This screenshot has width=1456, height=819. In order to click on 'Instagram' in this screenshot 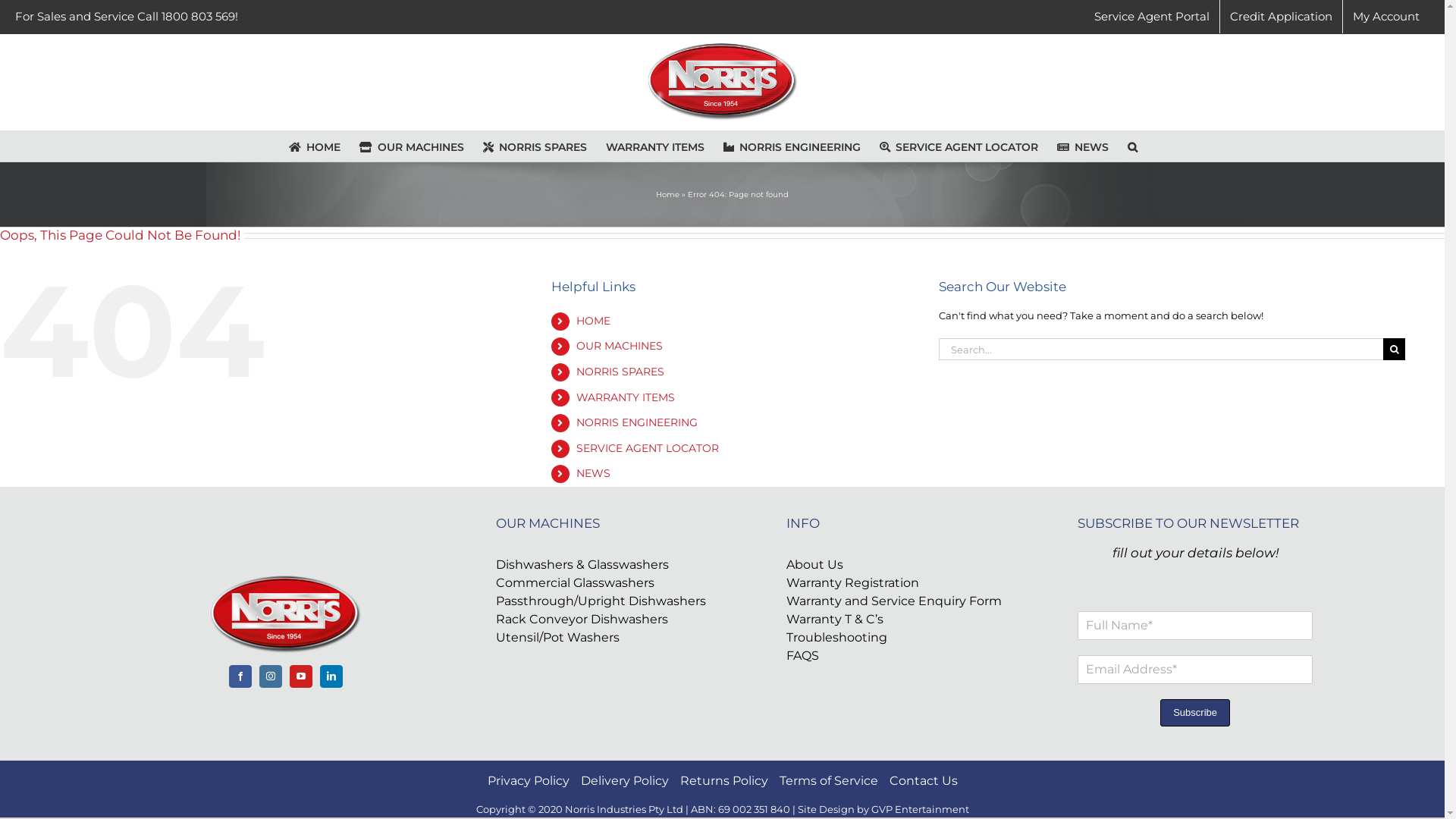, I will do `click(270, 675)`.